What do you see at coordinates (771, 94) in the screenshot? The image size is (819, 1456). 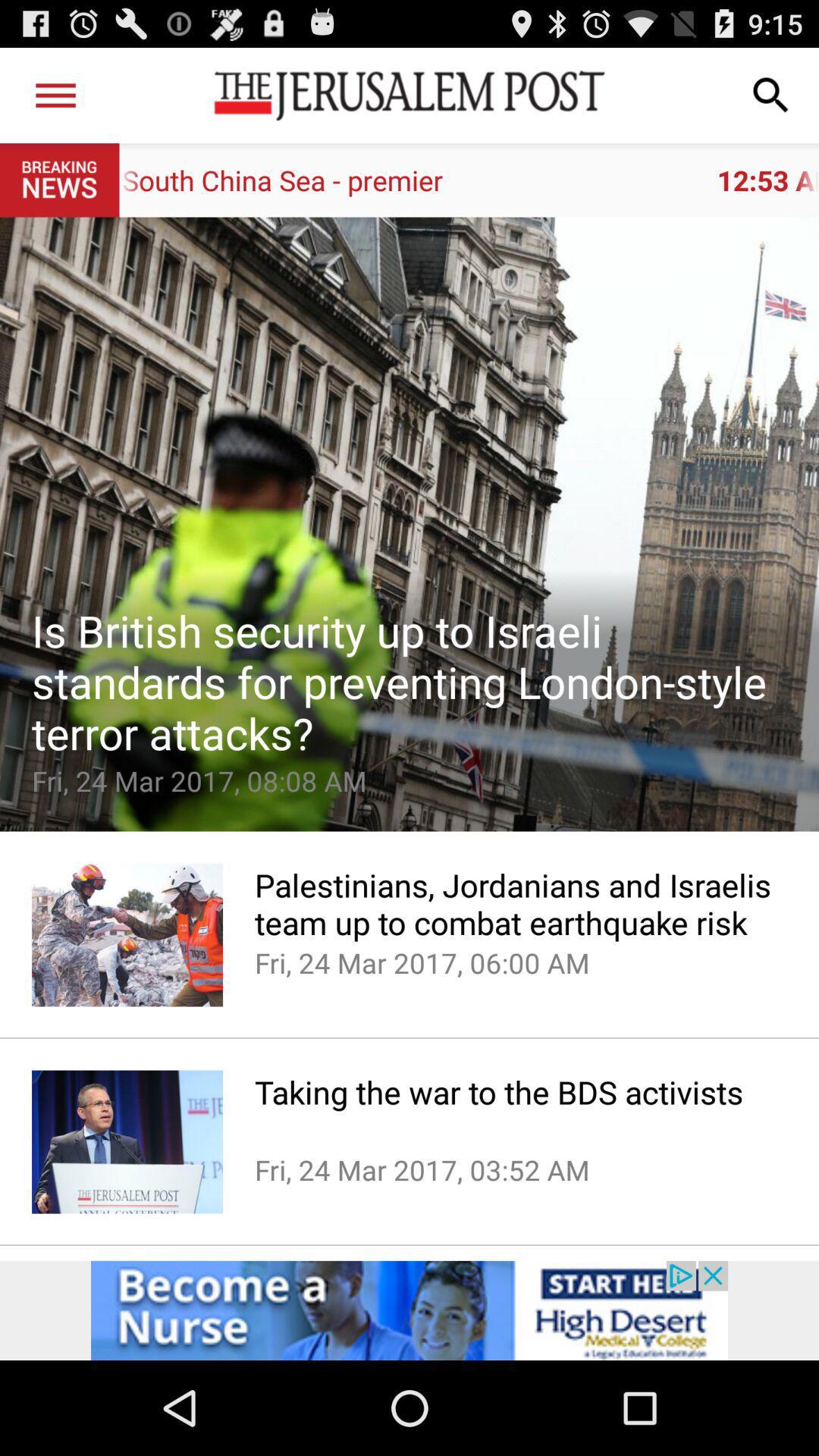 I see `search` at bounding box center [771, 94].